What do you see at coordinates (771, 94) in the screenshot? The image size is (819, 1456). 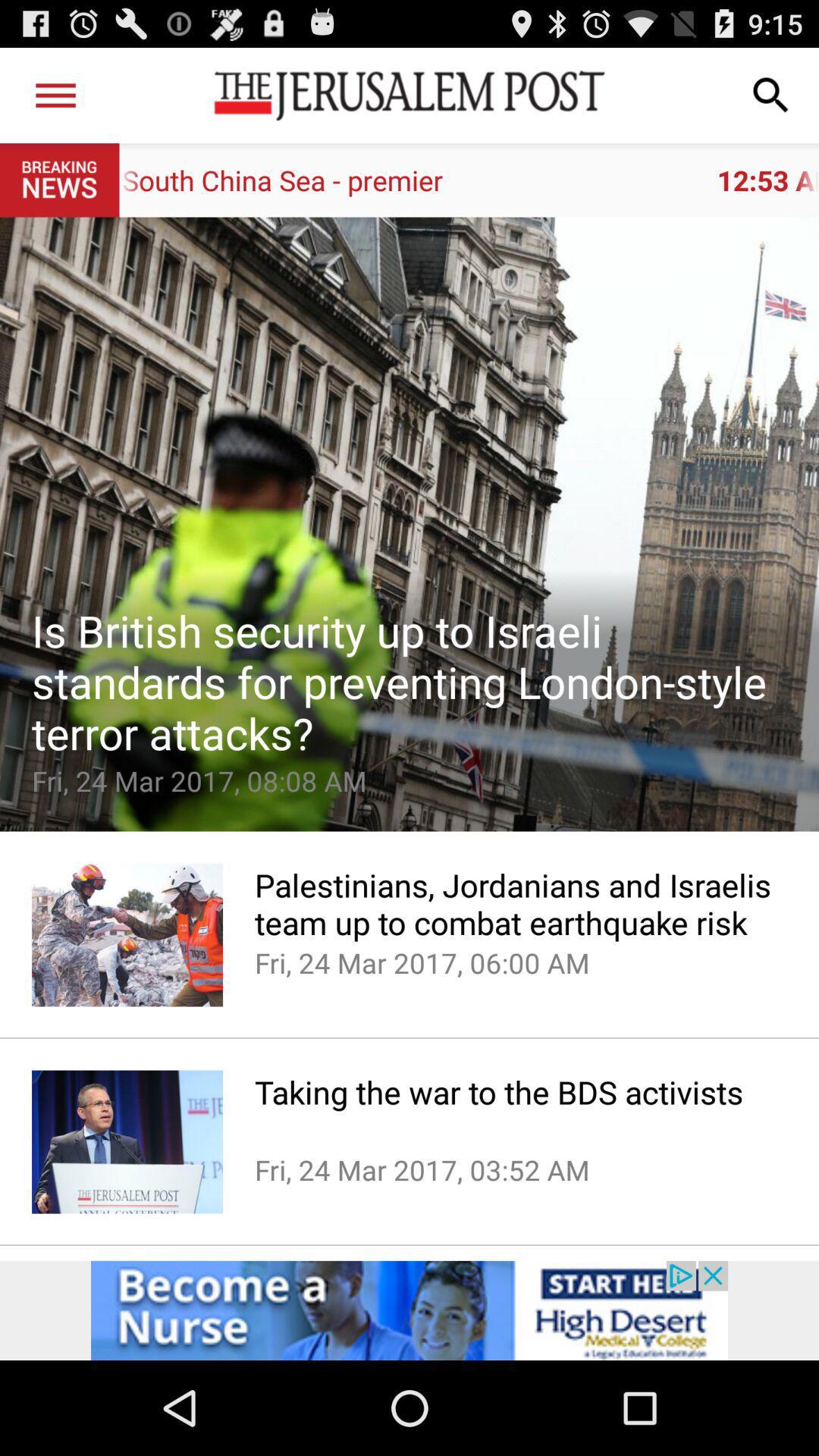 I see `search` at bounding box center [771, 94].